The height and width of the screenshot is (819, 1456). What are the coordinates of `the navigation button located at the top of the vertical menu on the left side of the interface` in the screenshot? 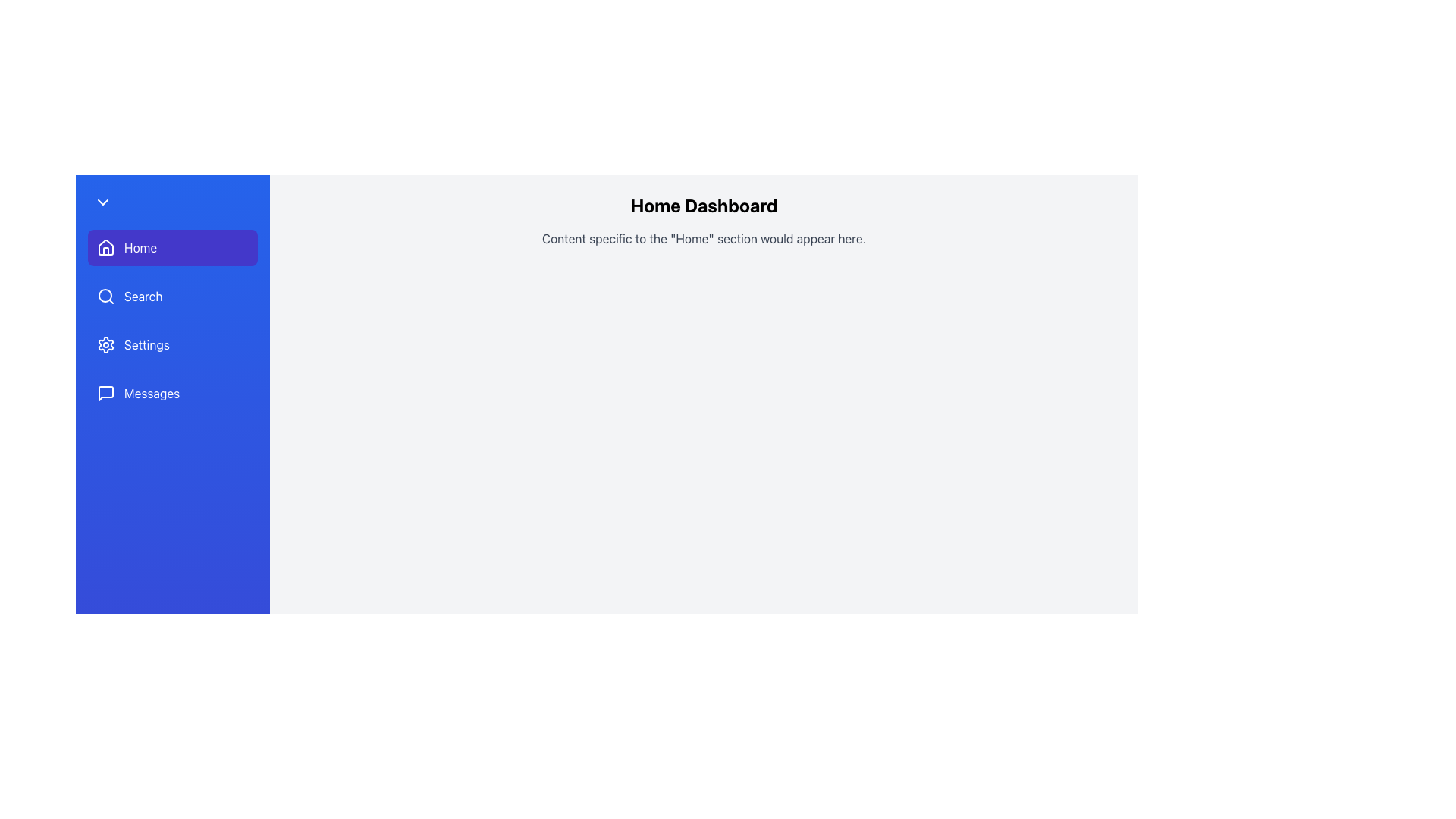 It's located at (172, 247).